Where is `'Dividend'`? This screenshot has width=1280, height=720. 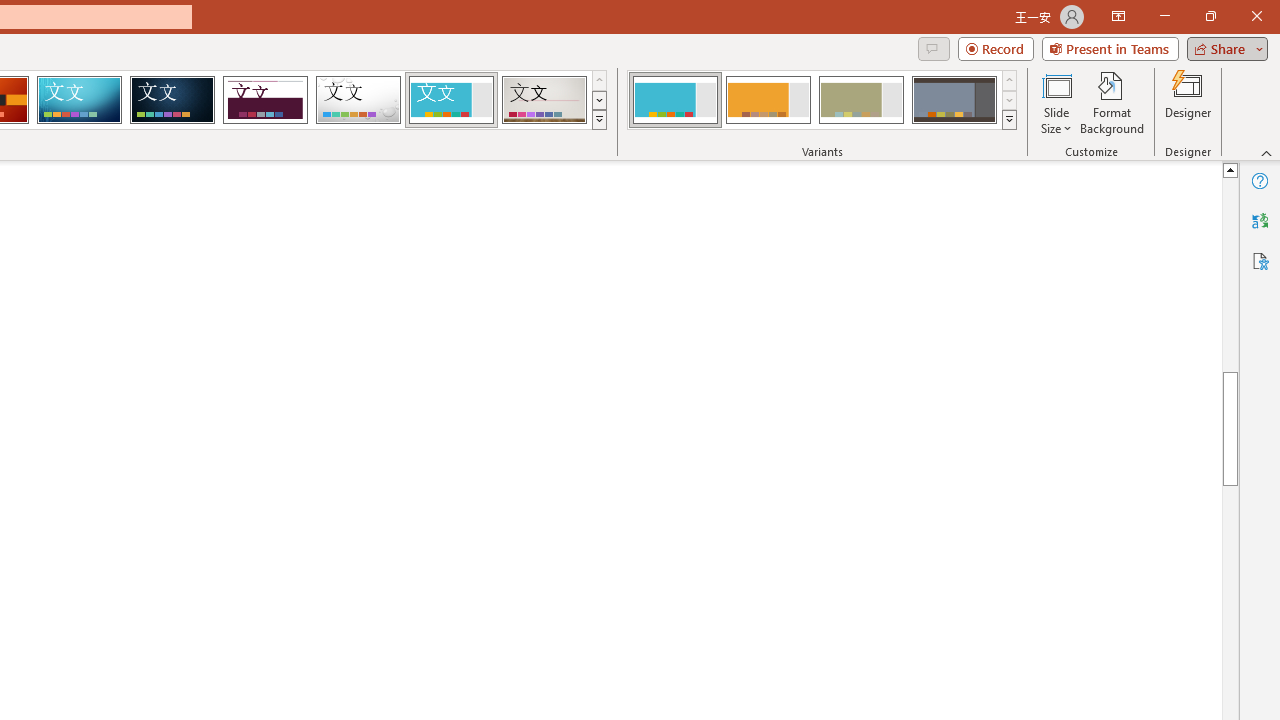 'Dividend' is located at coordinates (264, 100).